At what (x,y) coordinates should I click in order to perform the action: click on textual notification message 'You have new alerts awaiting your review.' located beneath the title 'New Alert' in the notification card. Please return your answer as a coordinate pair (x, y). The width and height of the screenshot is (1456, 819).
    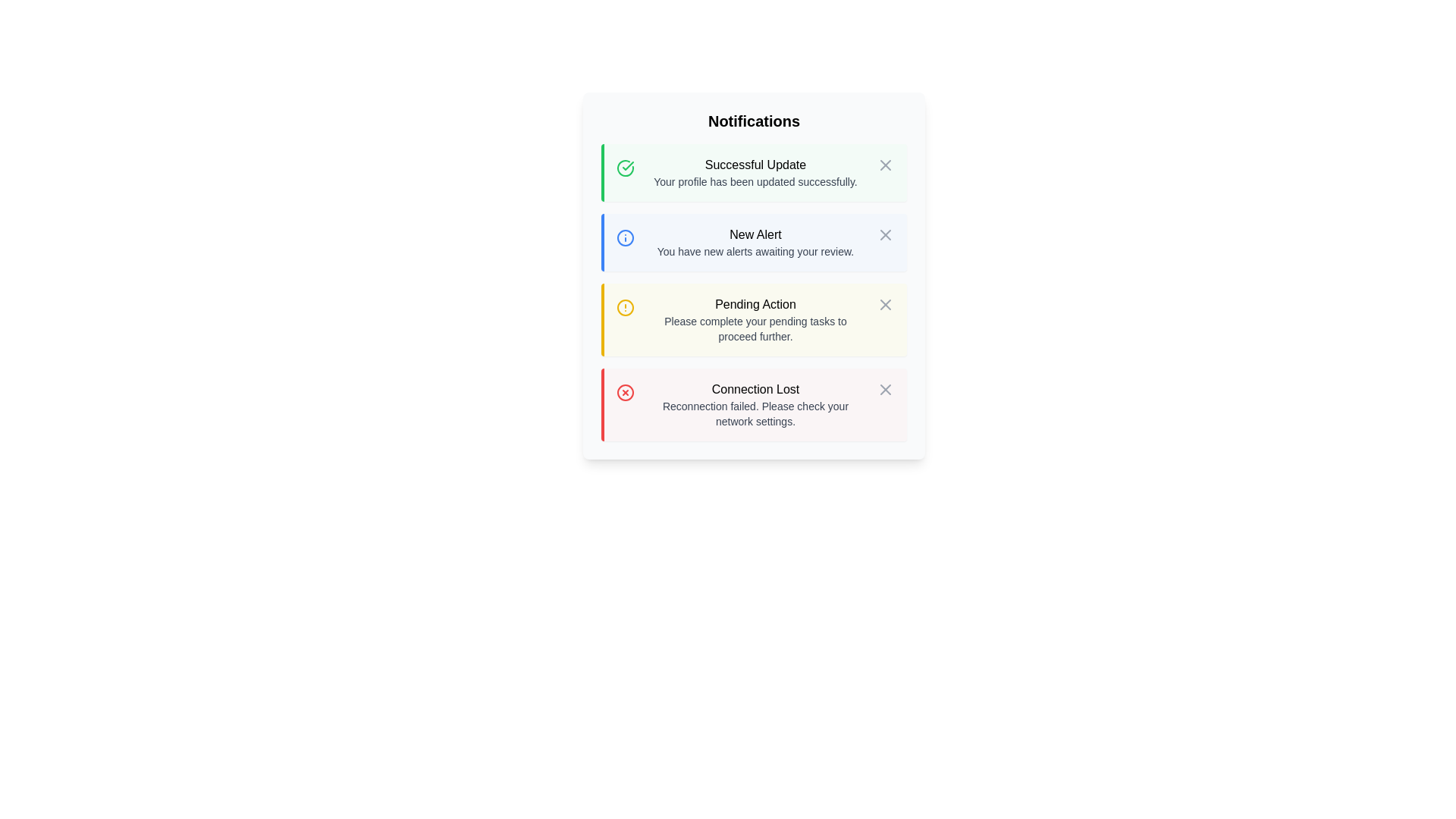
    Looking at the image, I should click on (755, 250).